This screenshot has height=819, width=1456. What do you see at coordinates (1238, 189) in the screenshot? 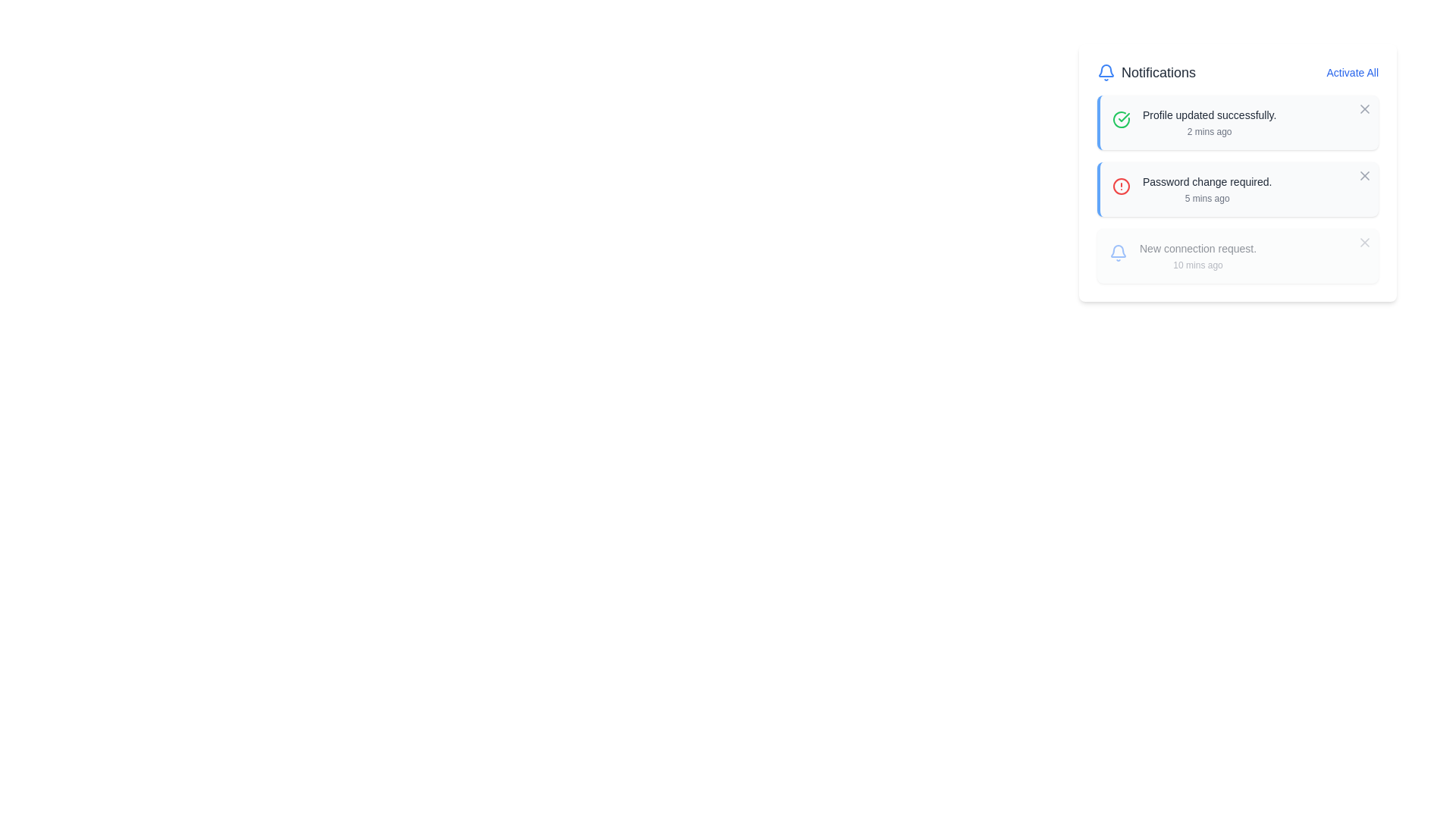
I see `the close icon within the notification card that has a light gray background and contains the message 'Password change required.'` at bounding box center [1238, 189].